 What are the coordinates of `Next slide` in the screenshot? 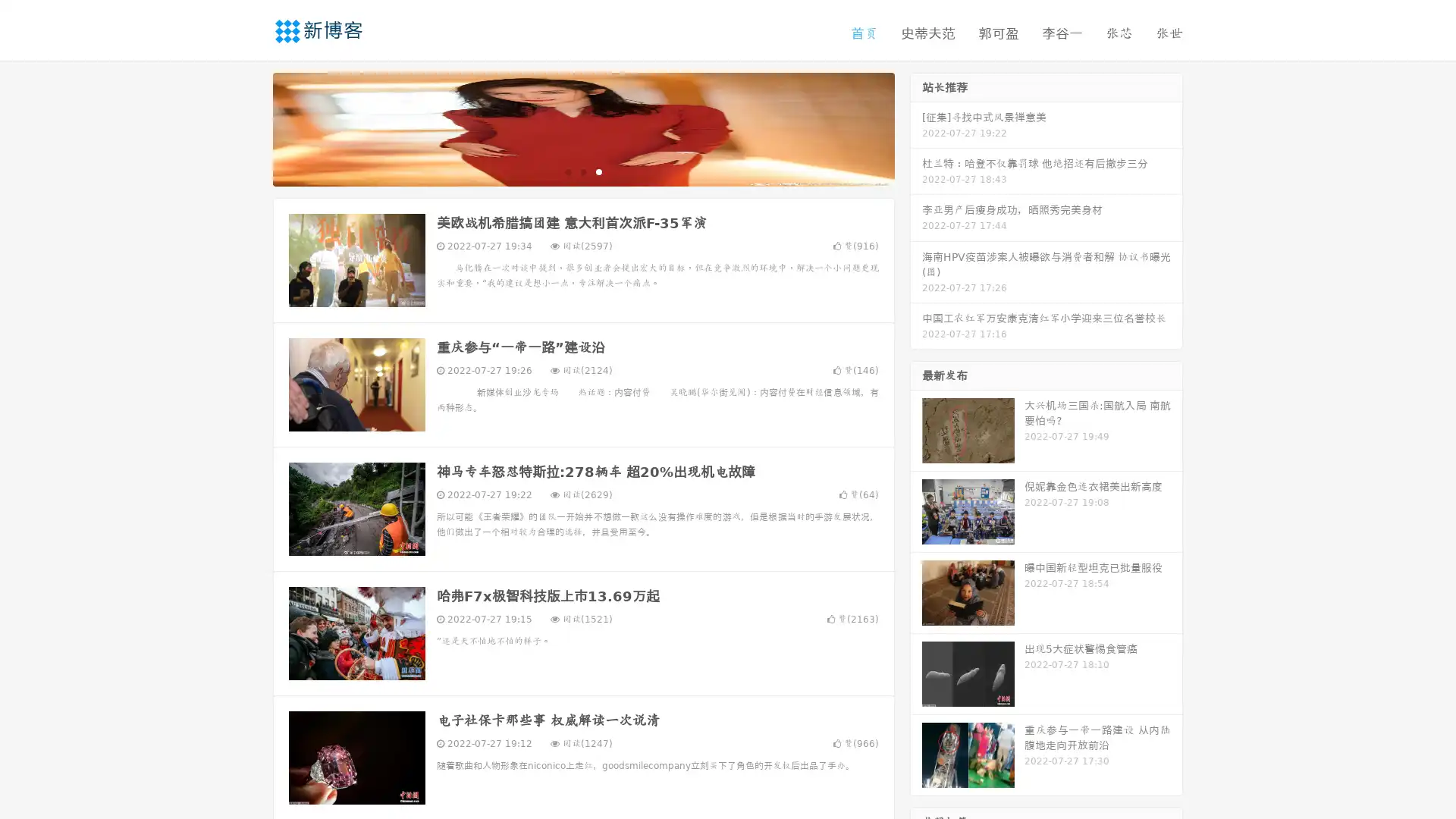 It's located at (916, 127).